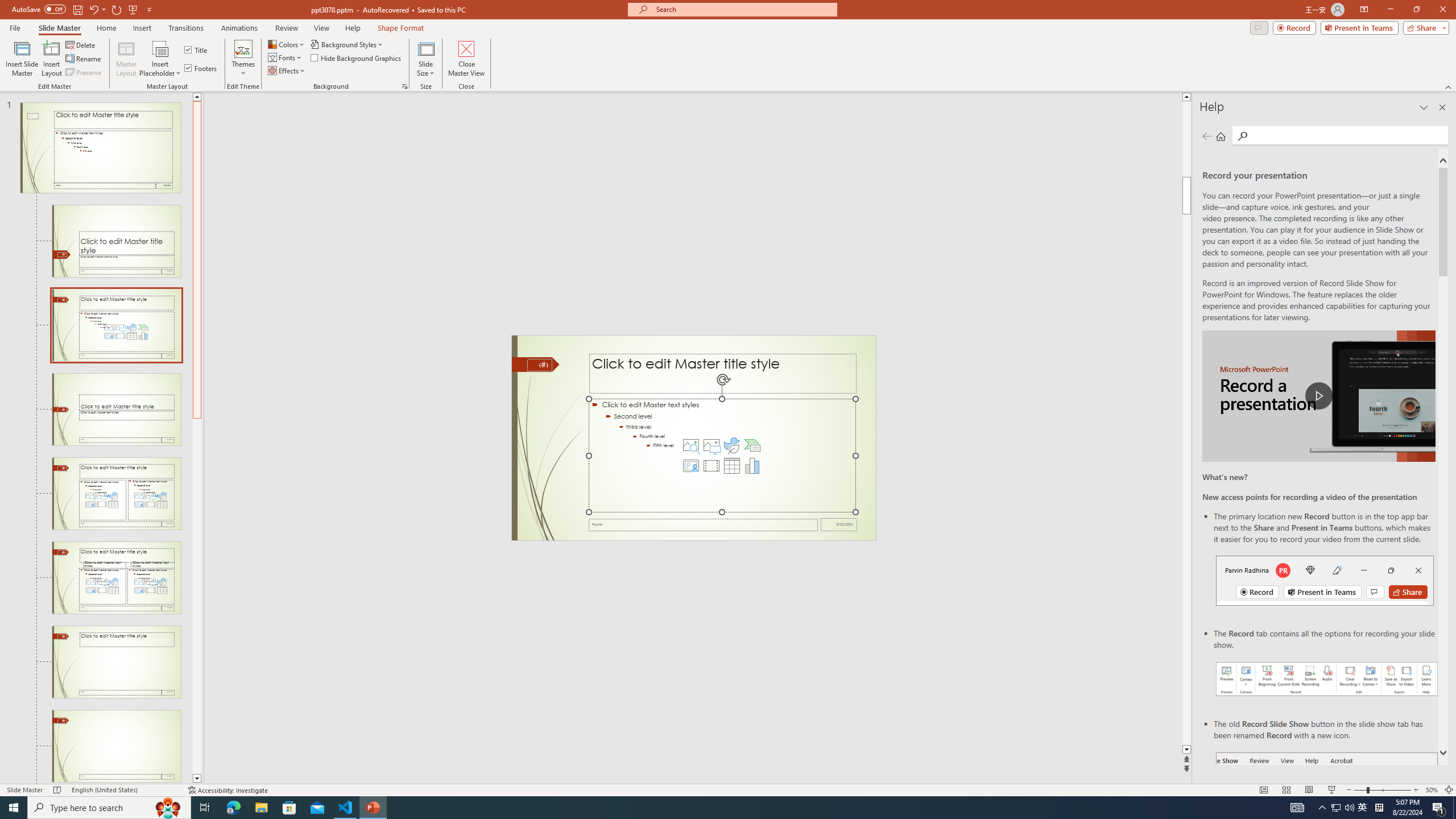  I want to click on 'Pictures', so click(711, 445).